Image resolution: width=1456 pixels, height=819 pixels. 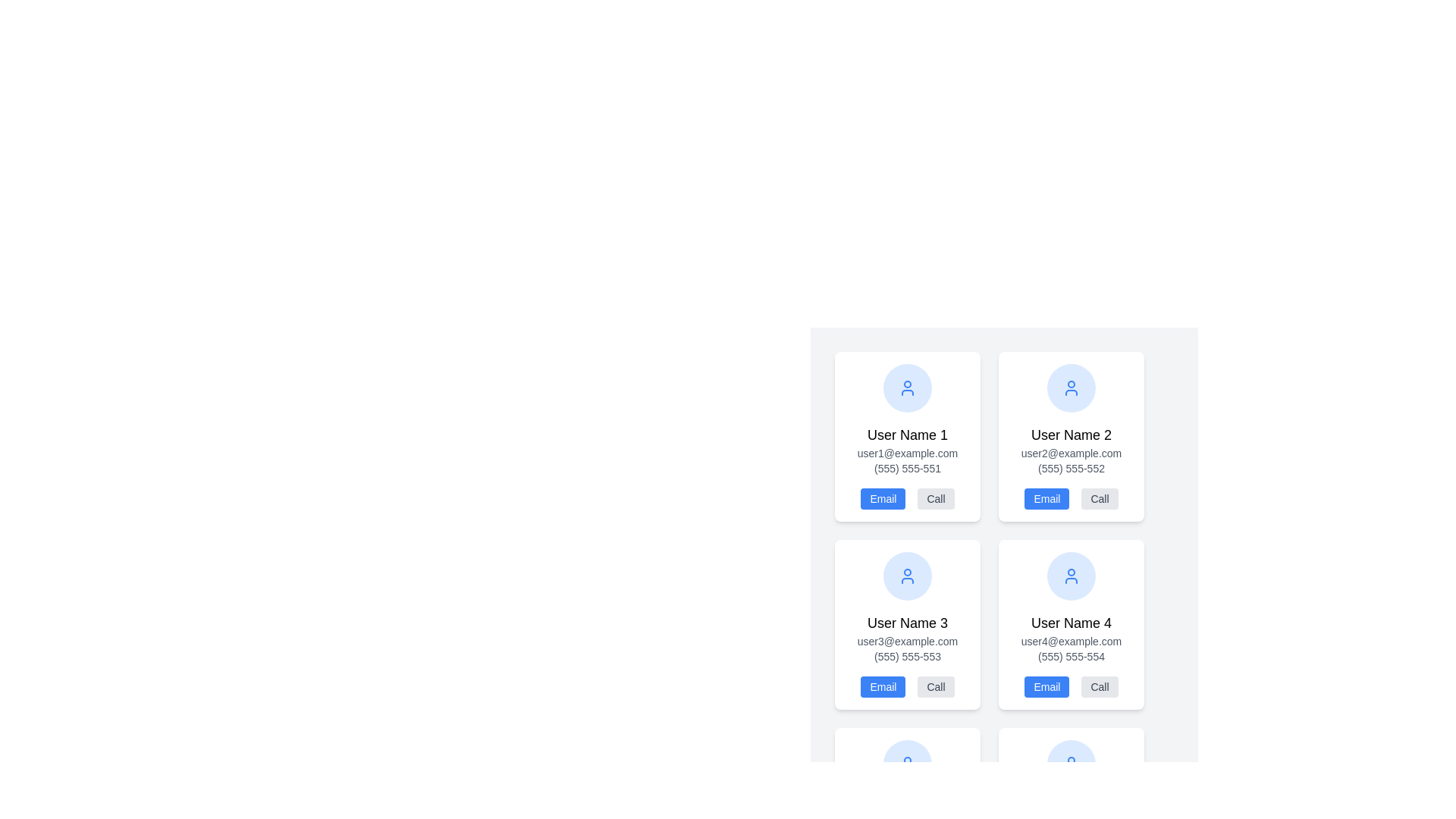 What do you see at coordinates (907, 467) in the screenshot?
I see `the Text Display element that shows the phone number in the user profile card, which is located below the username and email address and above the action buttons` at bounding box center [907, 467].